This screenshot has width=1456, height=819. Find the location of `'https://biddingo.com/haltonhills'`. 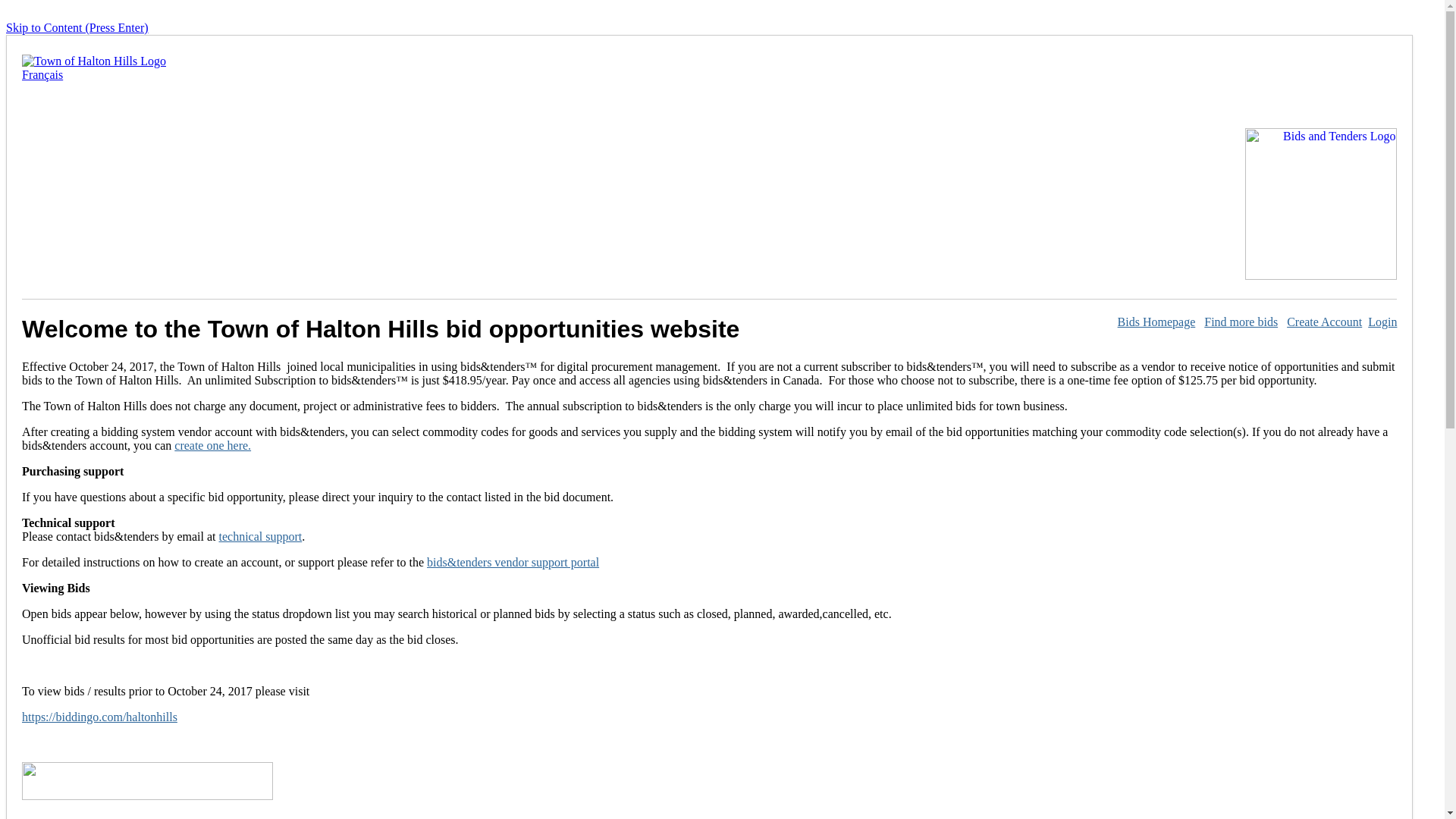

'https://biddingo.com/haltonhills' is located at coordinates (21, 717).